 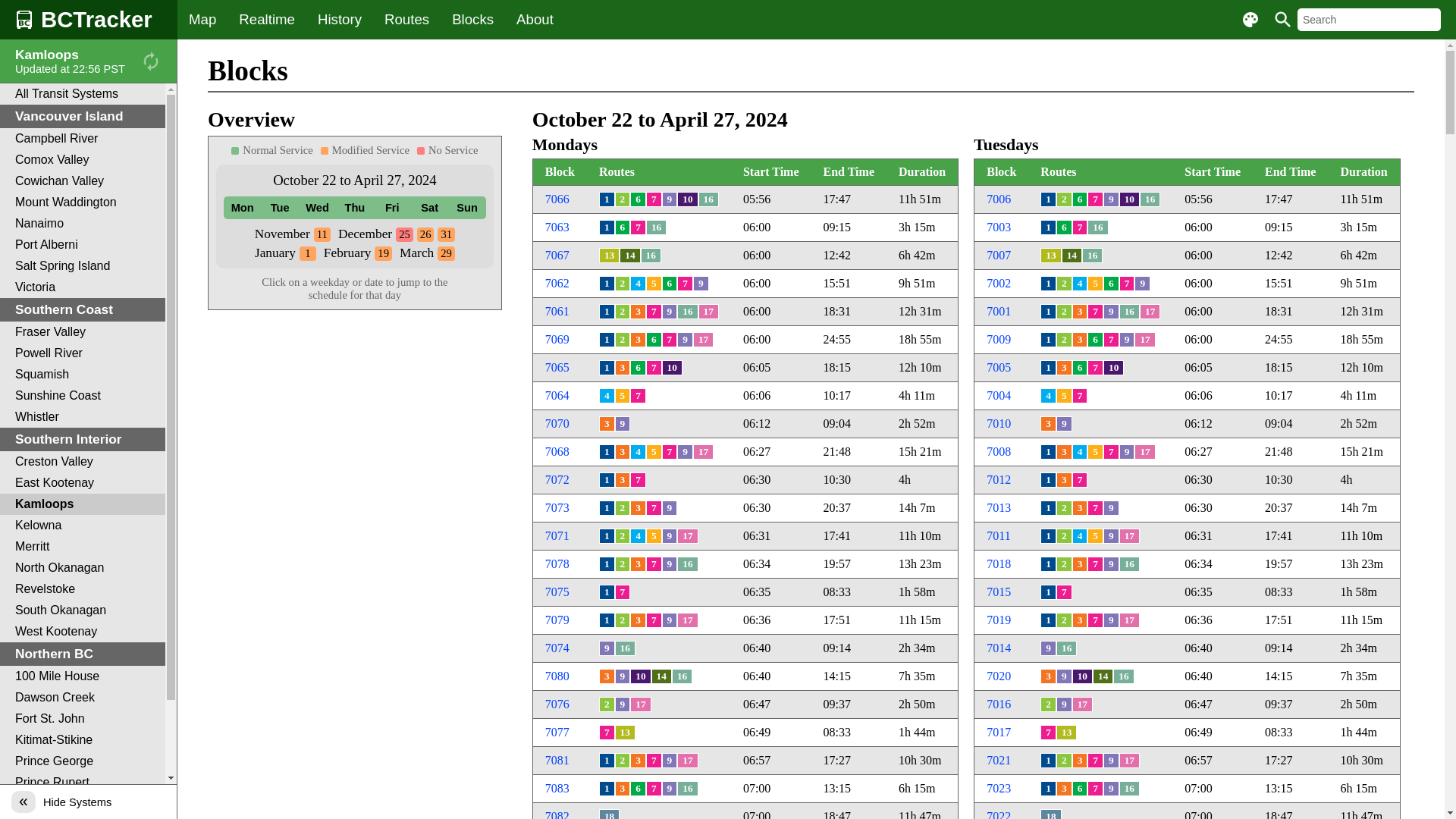 I want to click on '7', so click(x=1103, y=338).